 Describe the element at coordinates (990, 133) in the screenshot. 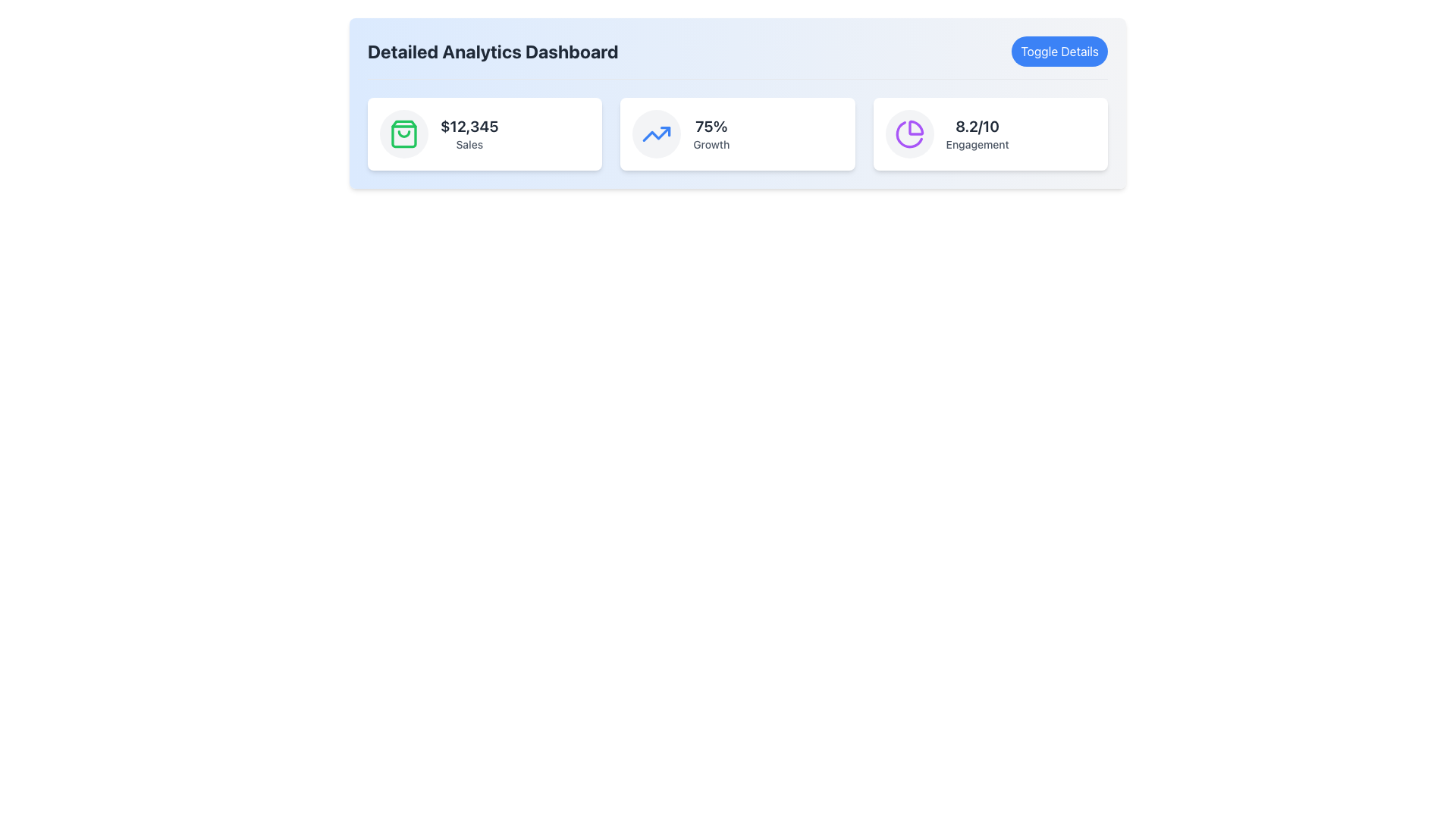

I see `the engagement rate information displayed on the Card component located in the third column of the grid, which contains numeric data and a descriptive label` at that location.